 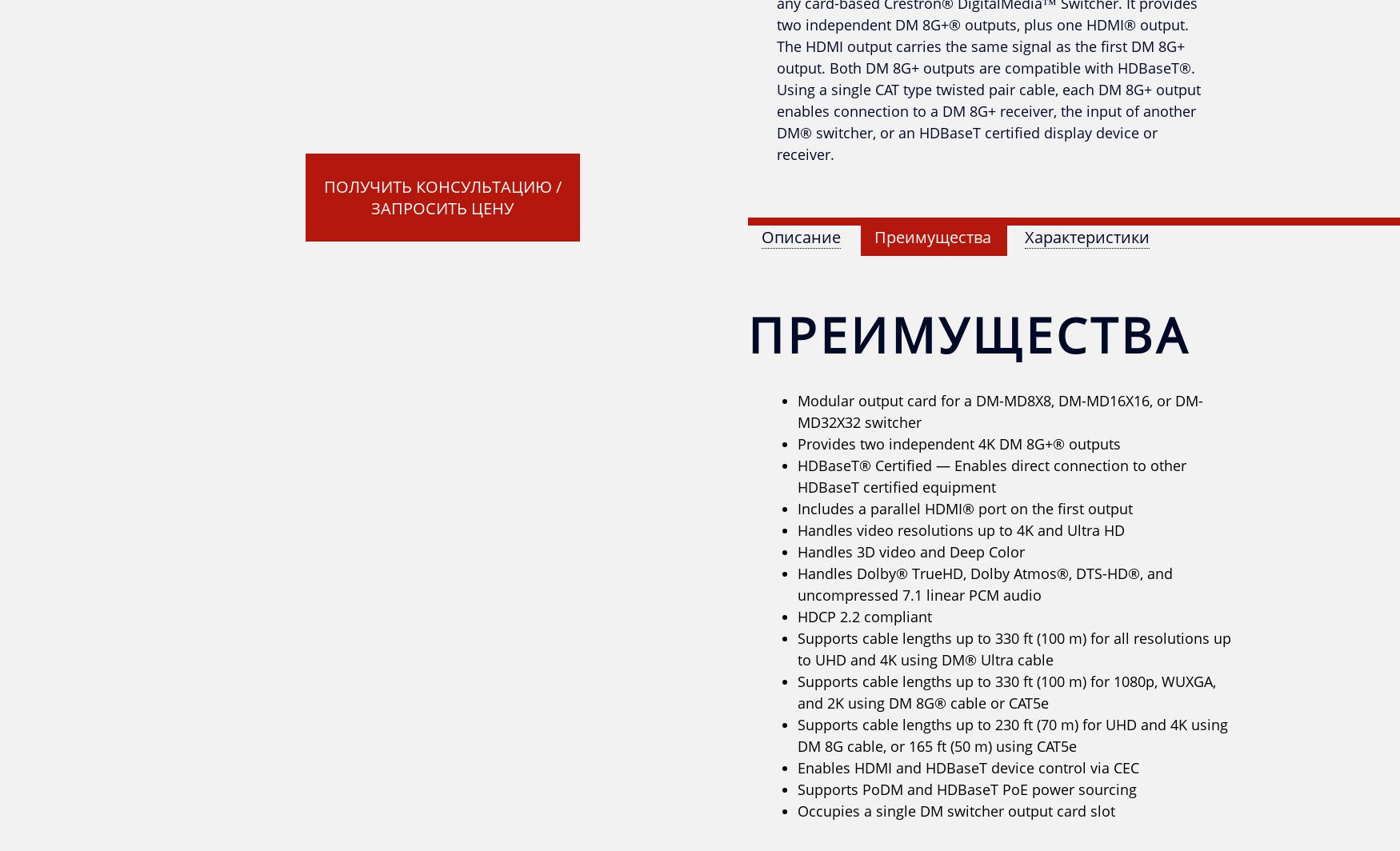 What do you see at coordinates (992, 476) in the screenshot?
I see `'HDBaseT® Certified — Enables direct connection to other HDBaseT certified equipment'` at bounding box center [992, 476].